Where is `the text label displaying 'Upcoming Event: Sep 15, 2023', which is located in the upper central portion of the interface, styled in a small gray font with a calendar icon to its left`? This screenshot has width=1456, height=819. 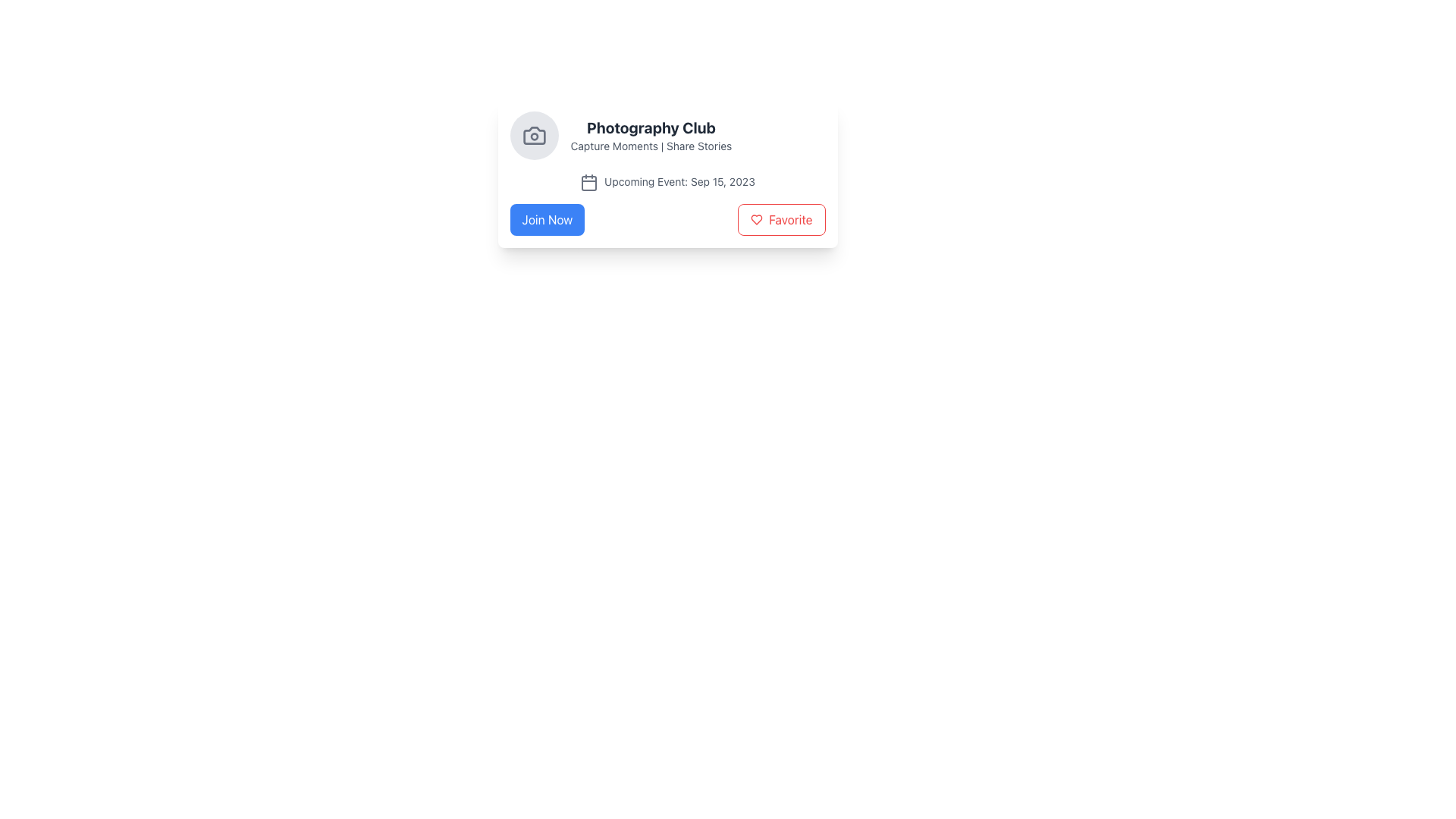
the text label displaying 'Upcoming Event: Sep 15, 2023', which is located in the upper central portion of the interface, styled in a small gray font with a calendar icon to its left is located at coordinates (679, 180).